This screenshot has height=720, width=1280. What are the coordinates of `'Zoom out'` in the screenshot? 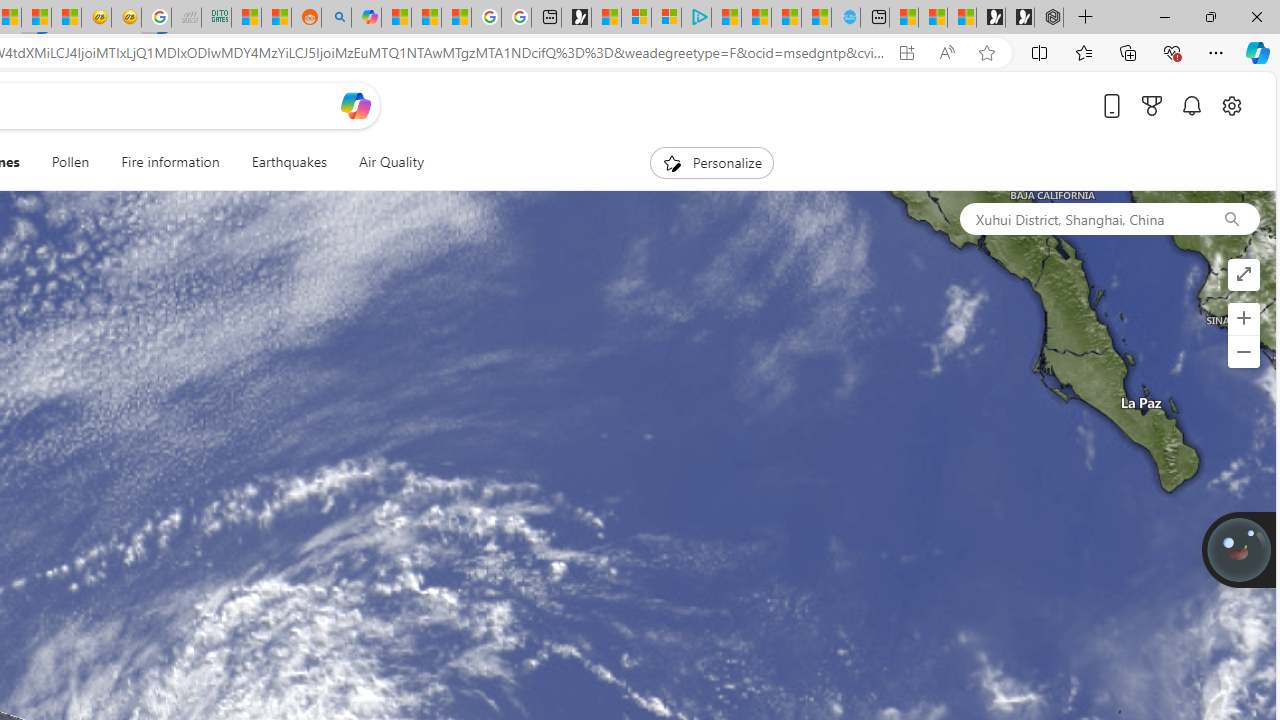 It's located at (1242, 351).